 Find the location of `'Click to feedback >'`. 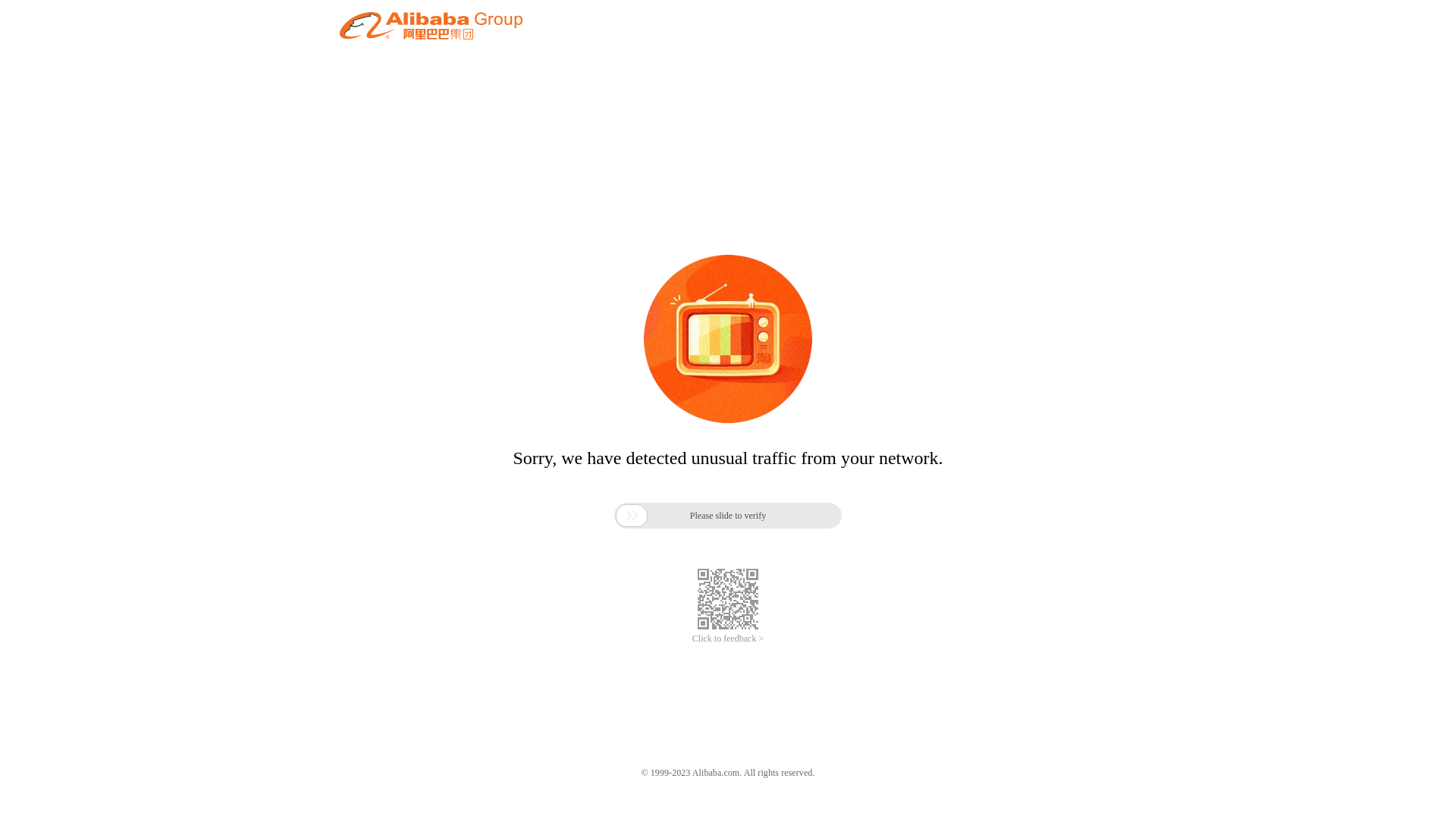

'Click to feedback >' is located at coordinates (728, 639).